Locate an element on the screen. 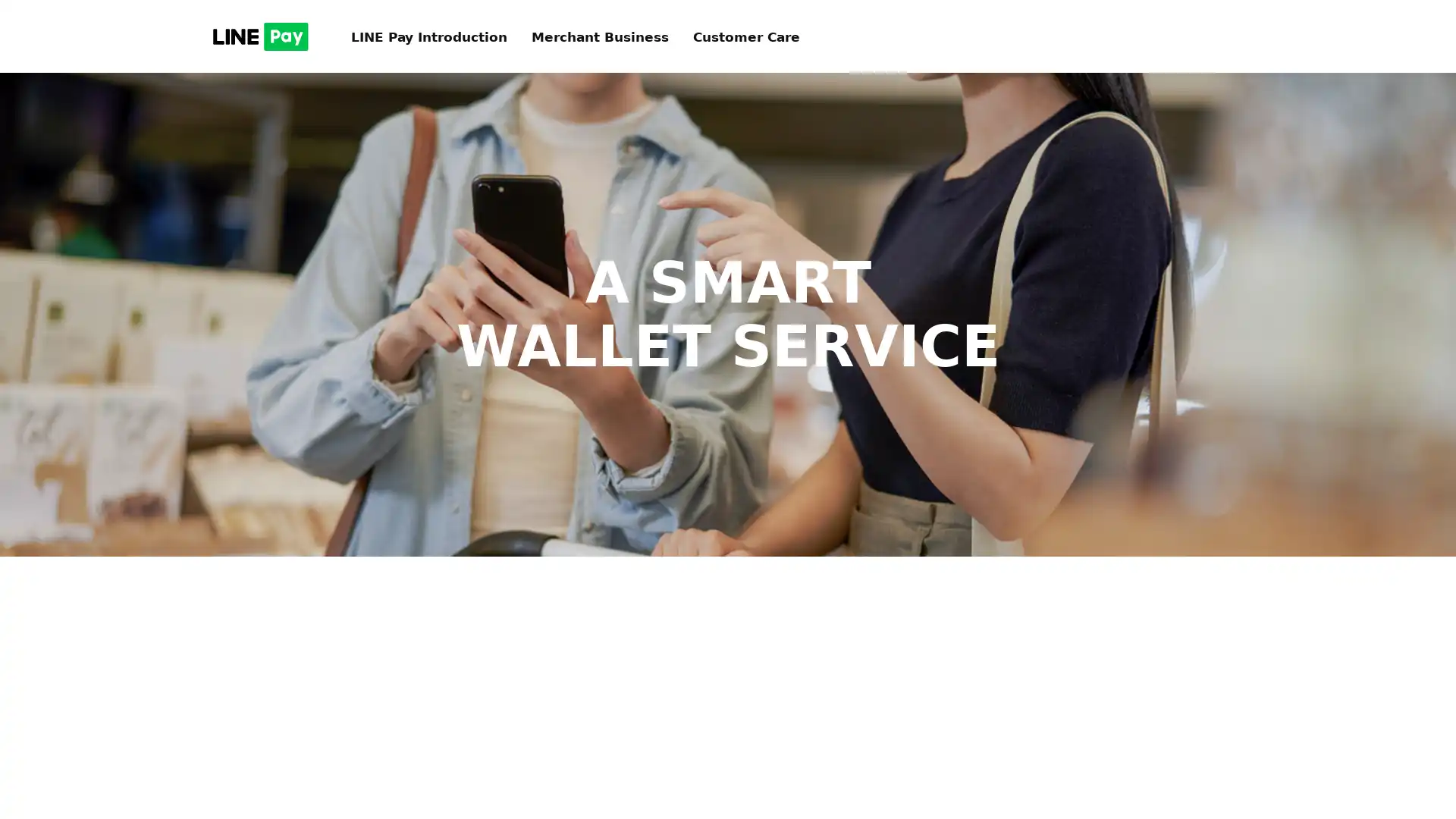 The image size is (1456, 819). TOP is located at coordinates (1407, 758).